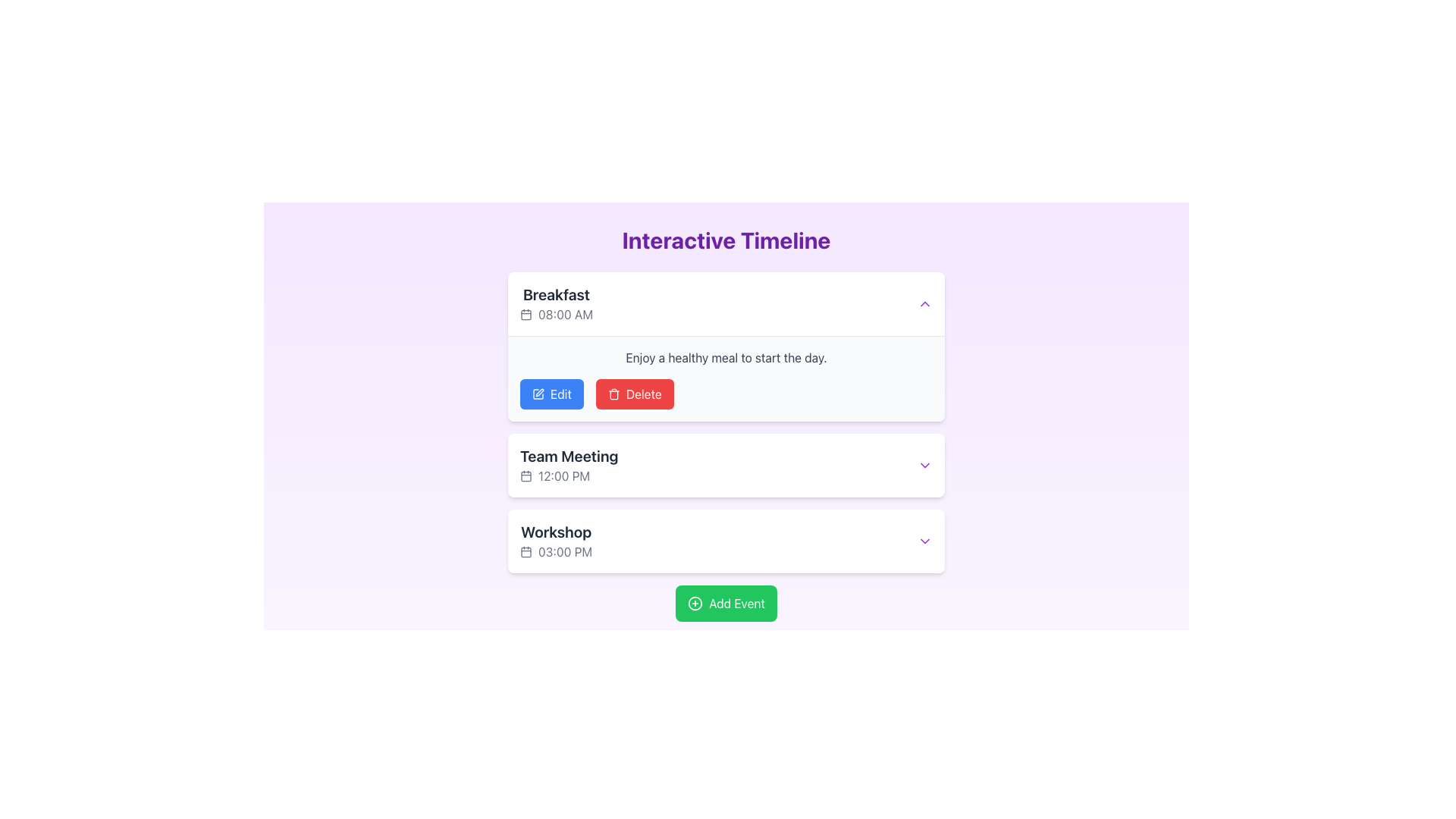  Describe the element at coordinates (924, 464) in the screenshot. I see `the interactive icon at the far right of the 'Team Meeting' entry to change its color to a darker shade` at that location.